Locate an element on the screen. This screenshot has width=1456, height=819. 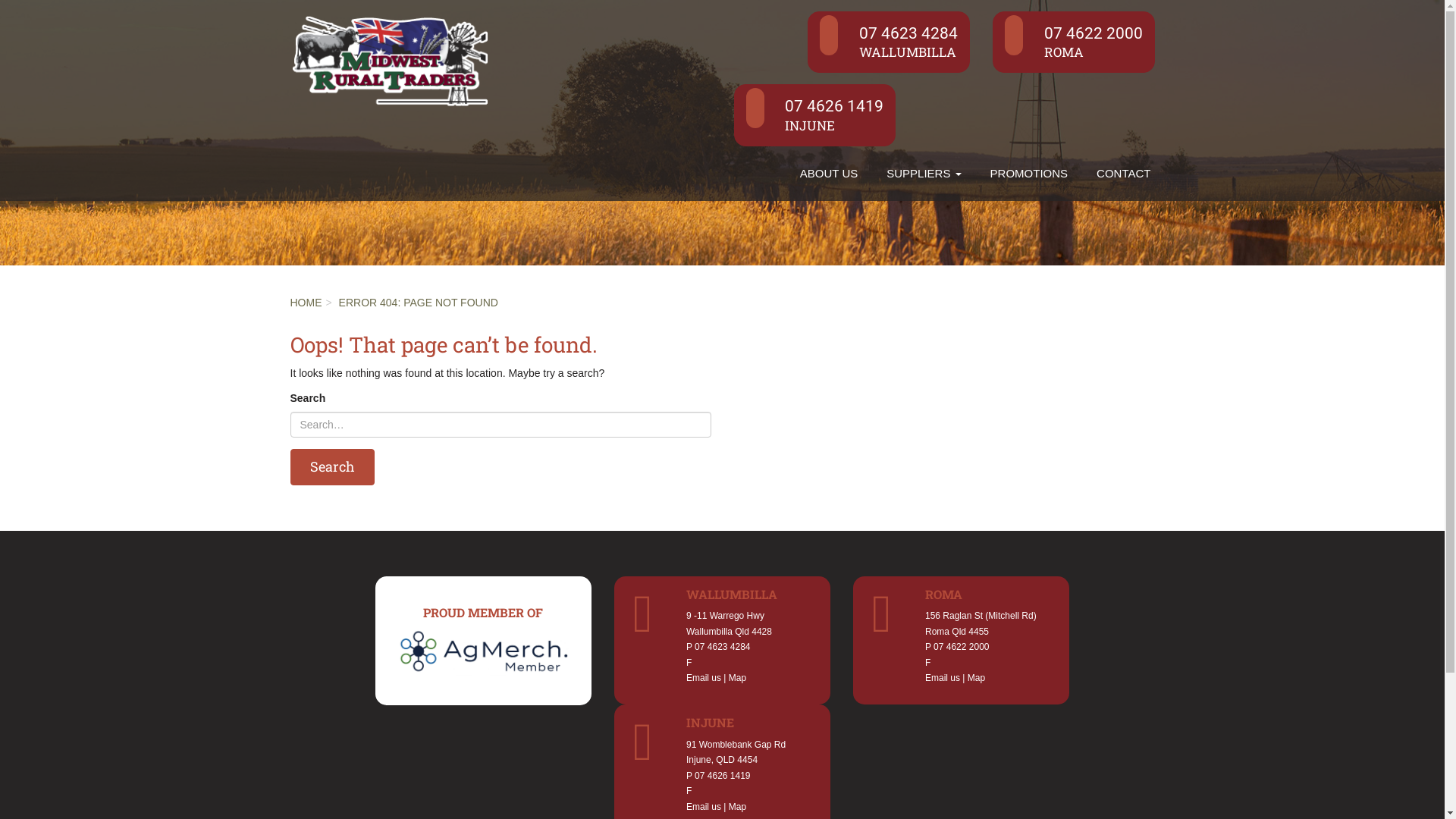
'PROMOTIONS' is located at coordinates (975, 172).